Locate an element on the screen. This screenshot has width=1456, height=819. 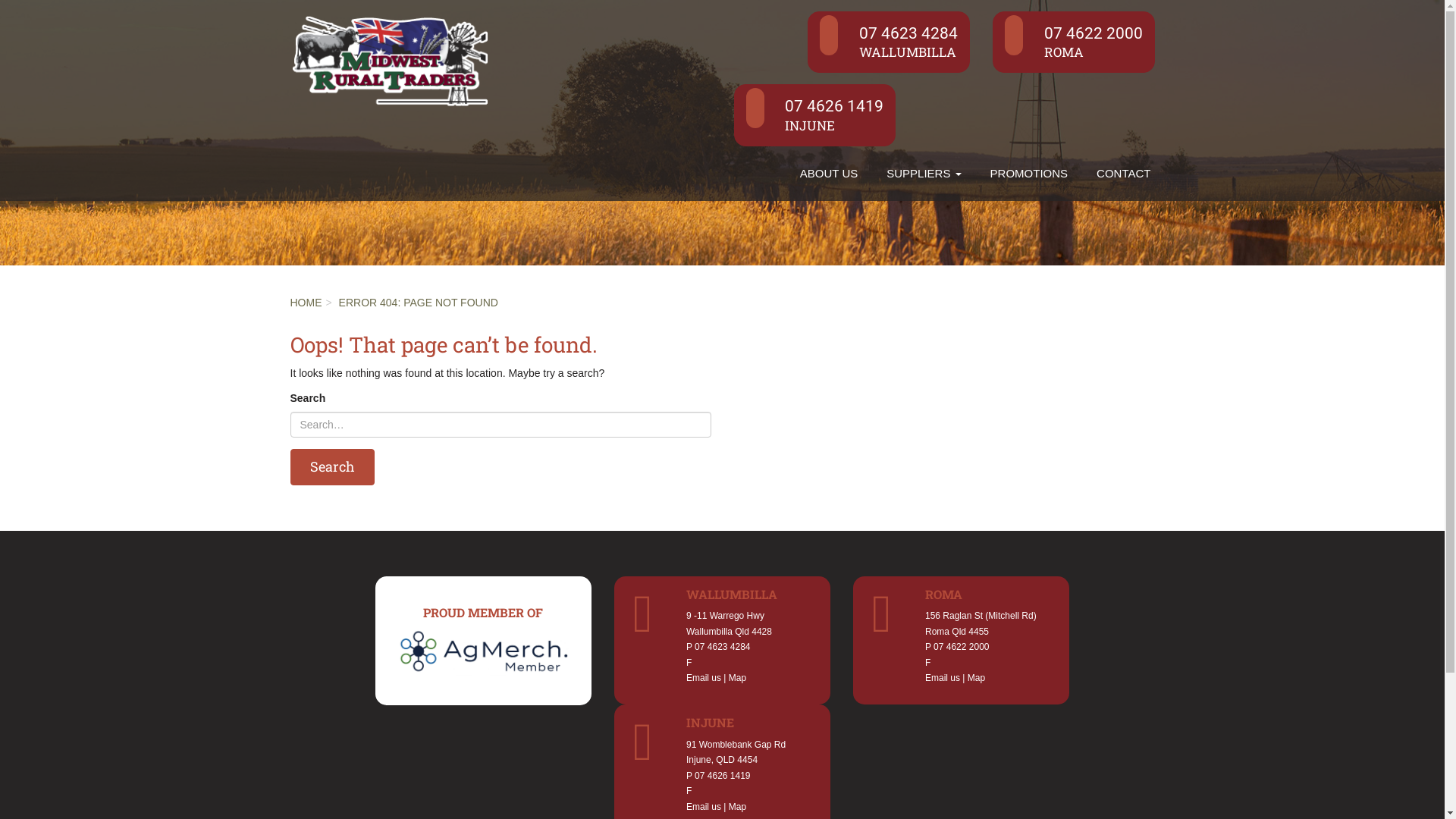
'PROMOTIONS' is located at coordinates (975, 172).